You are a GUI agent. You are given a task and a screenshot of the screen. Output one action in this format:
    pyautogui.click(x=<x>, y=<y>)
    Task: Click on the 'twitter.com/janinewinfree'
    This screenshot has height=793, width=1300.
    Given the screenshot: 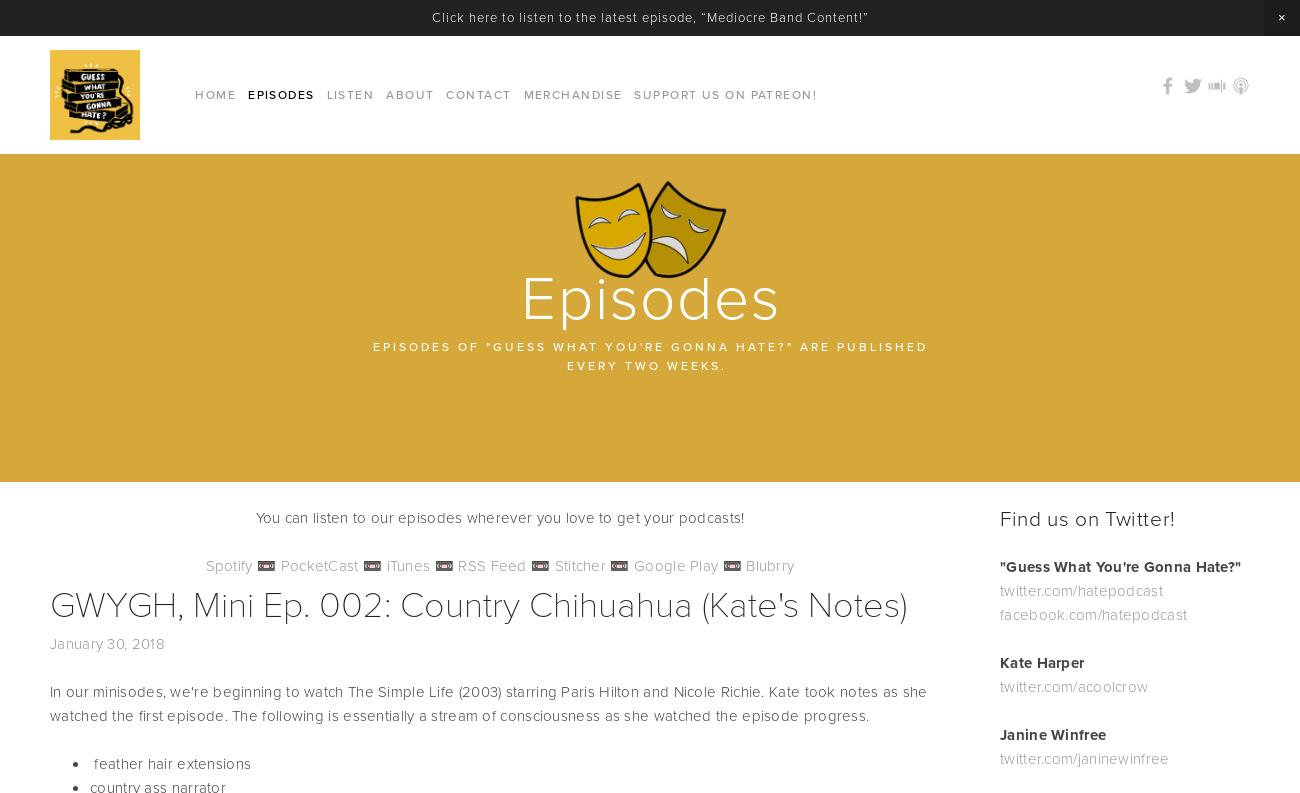 What is the action you would take?
    pyautogui.click(x=1083, y=758)
    